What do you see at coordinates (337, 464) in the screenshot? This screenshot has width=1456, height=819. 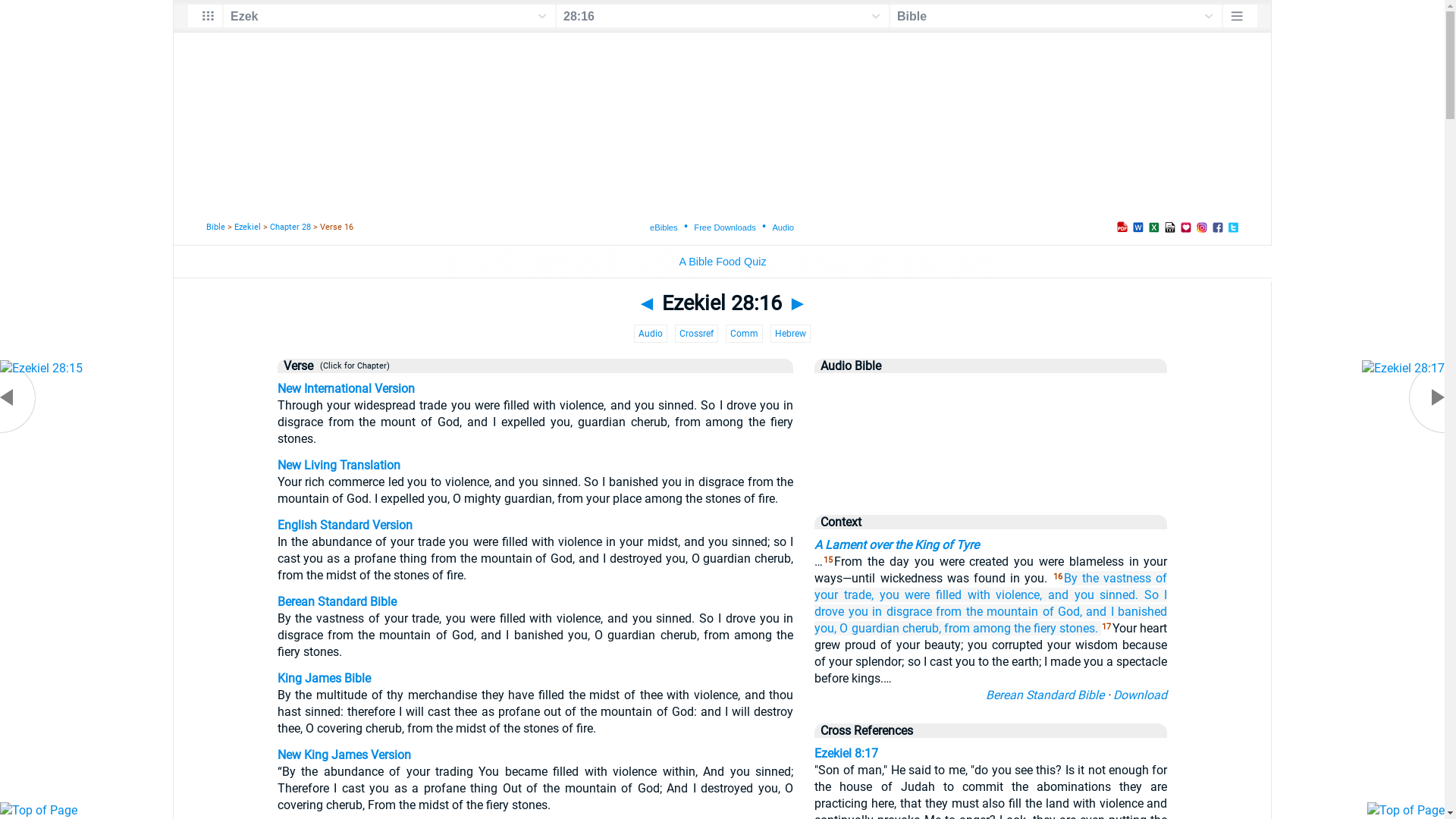 I see `'New Living Translation'` at bounding box center [337, 464].